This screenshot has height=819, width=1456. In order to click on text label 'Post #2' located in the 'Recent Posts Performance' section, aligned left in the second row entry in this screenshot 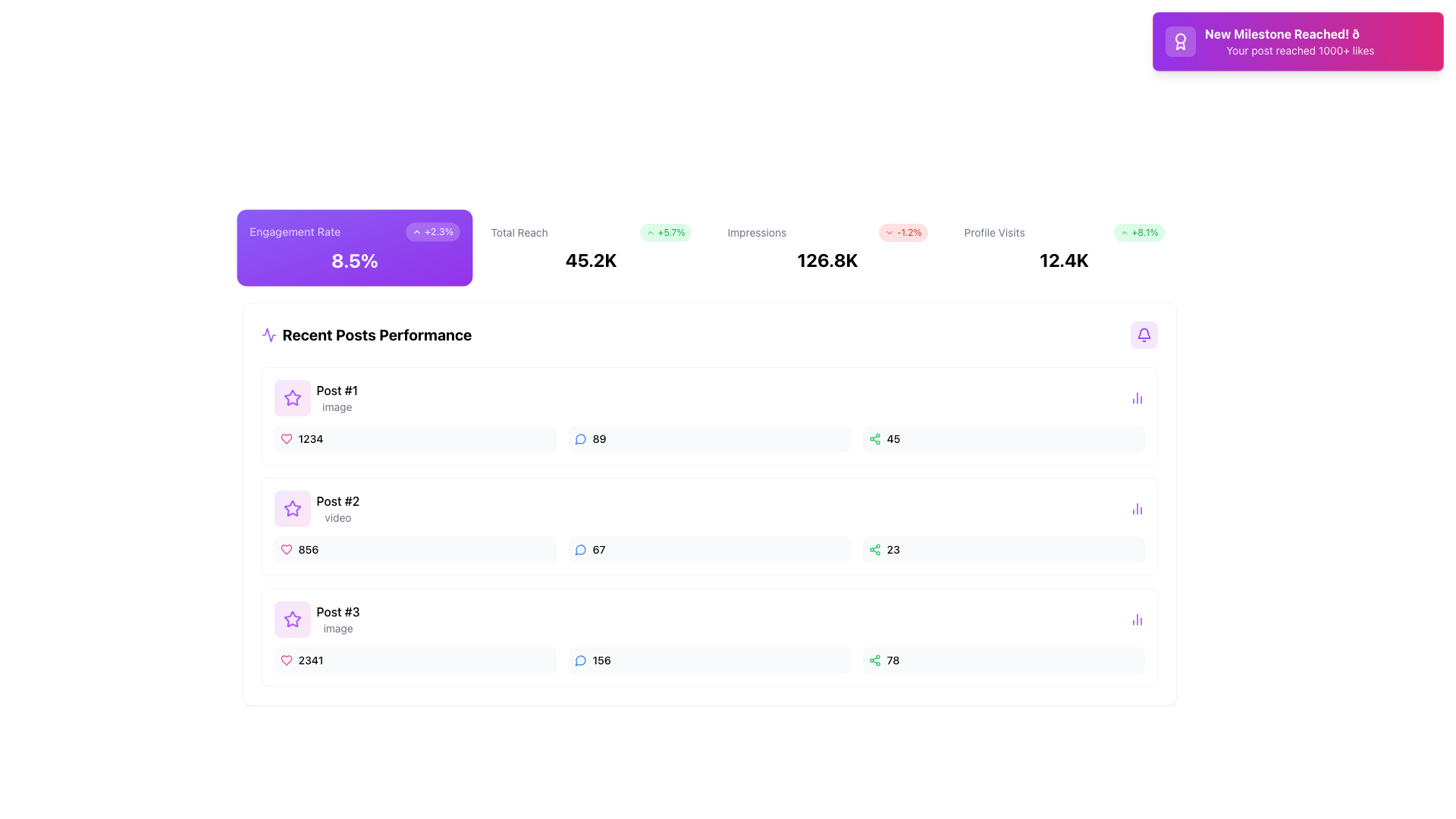, I will do `click(337, 500)`.